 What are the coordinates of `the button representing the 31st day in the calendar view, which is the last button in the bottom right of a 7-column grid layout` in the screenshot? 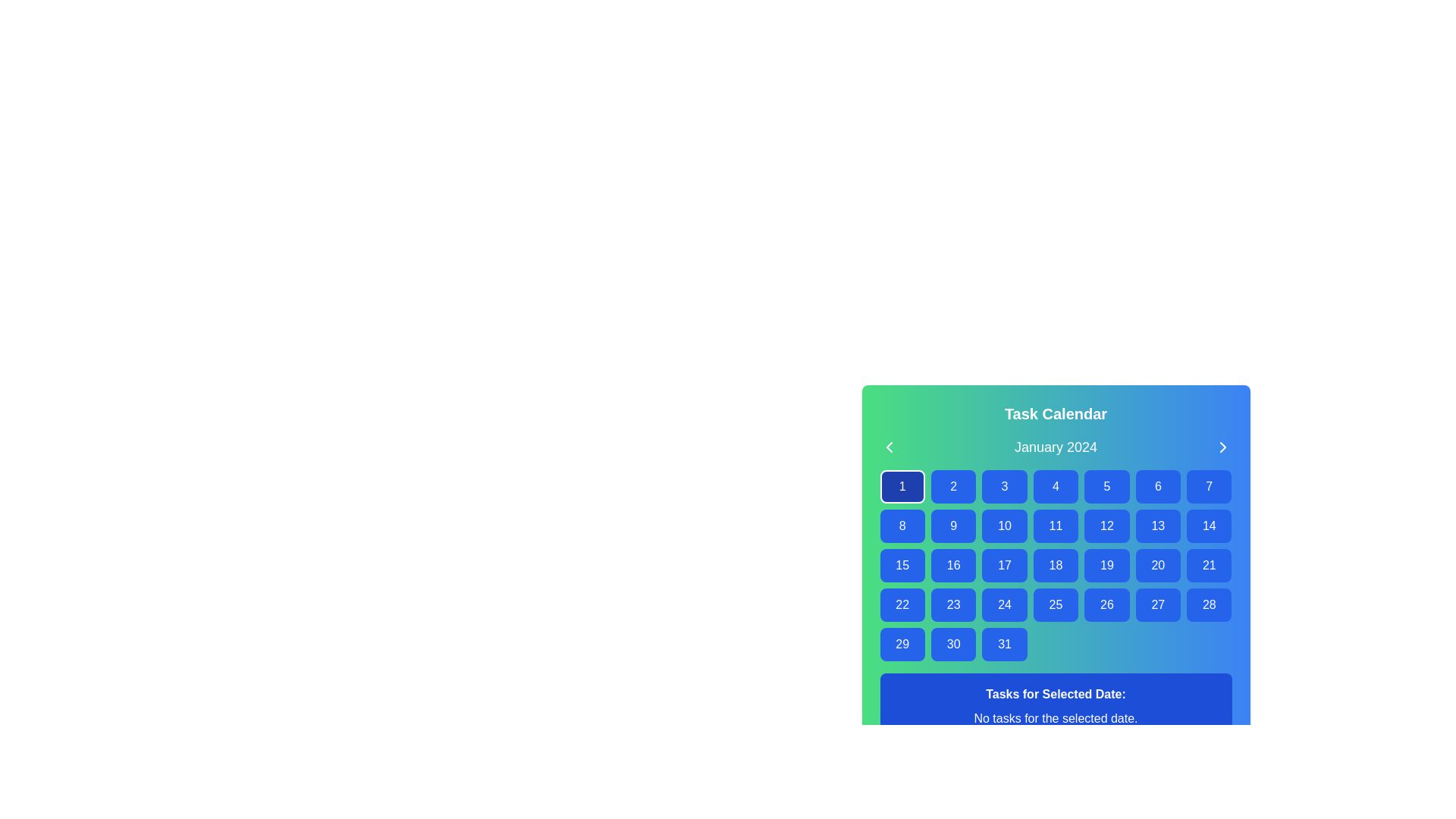 It's located at (1004, 644).